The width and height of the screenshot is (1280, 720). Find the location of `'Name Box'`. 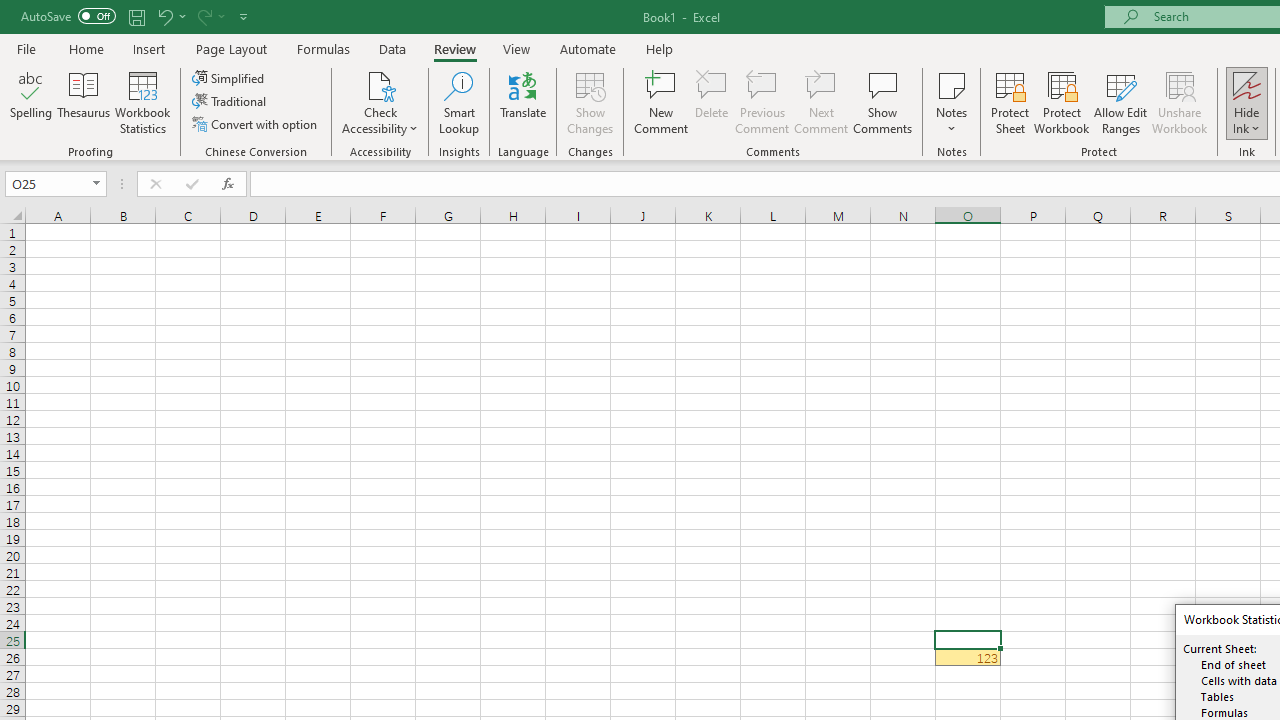

'Name Box' is located at coordinates (47, 183).